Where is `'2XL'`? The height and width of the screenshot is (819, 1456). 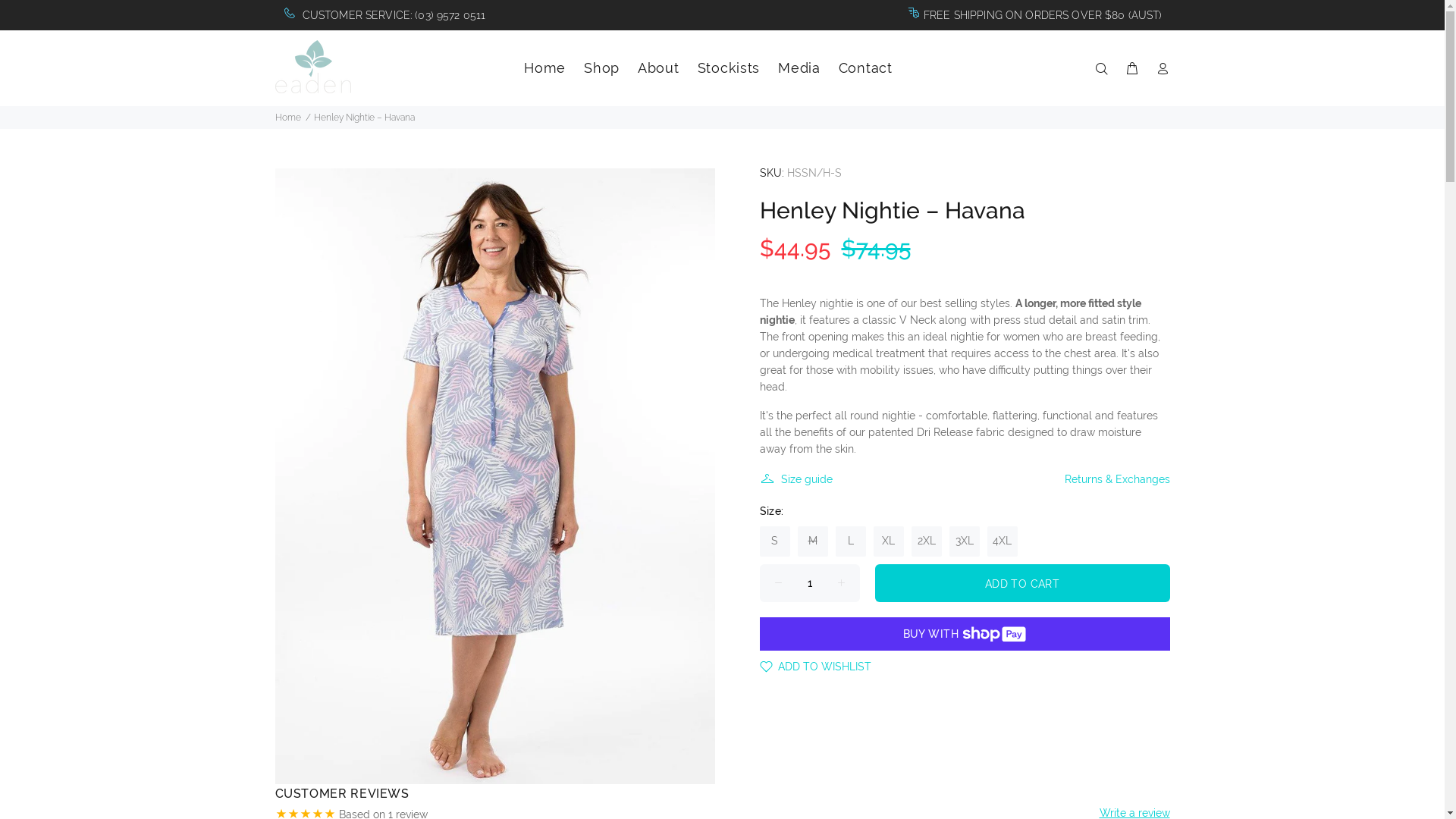 '2XL' is located at coordinates (926, 540).